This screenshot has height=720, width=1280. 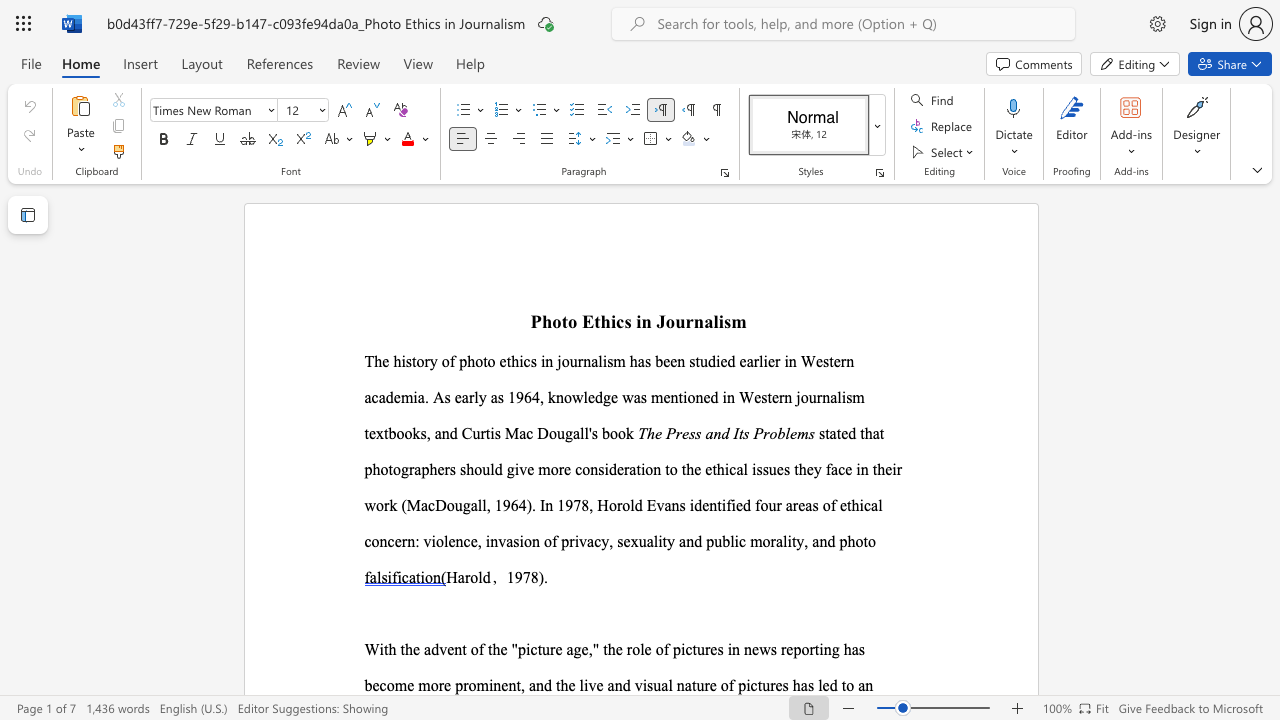 What do you see at coordinates (689, 320) in the screenshot?
I see `the 1th character "r" in the text` at bounding box center [689, 320].